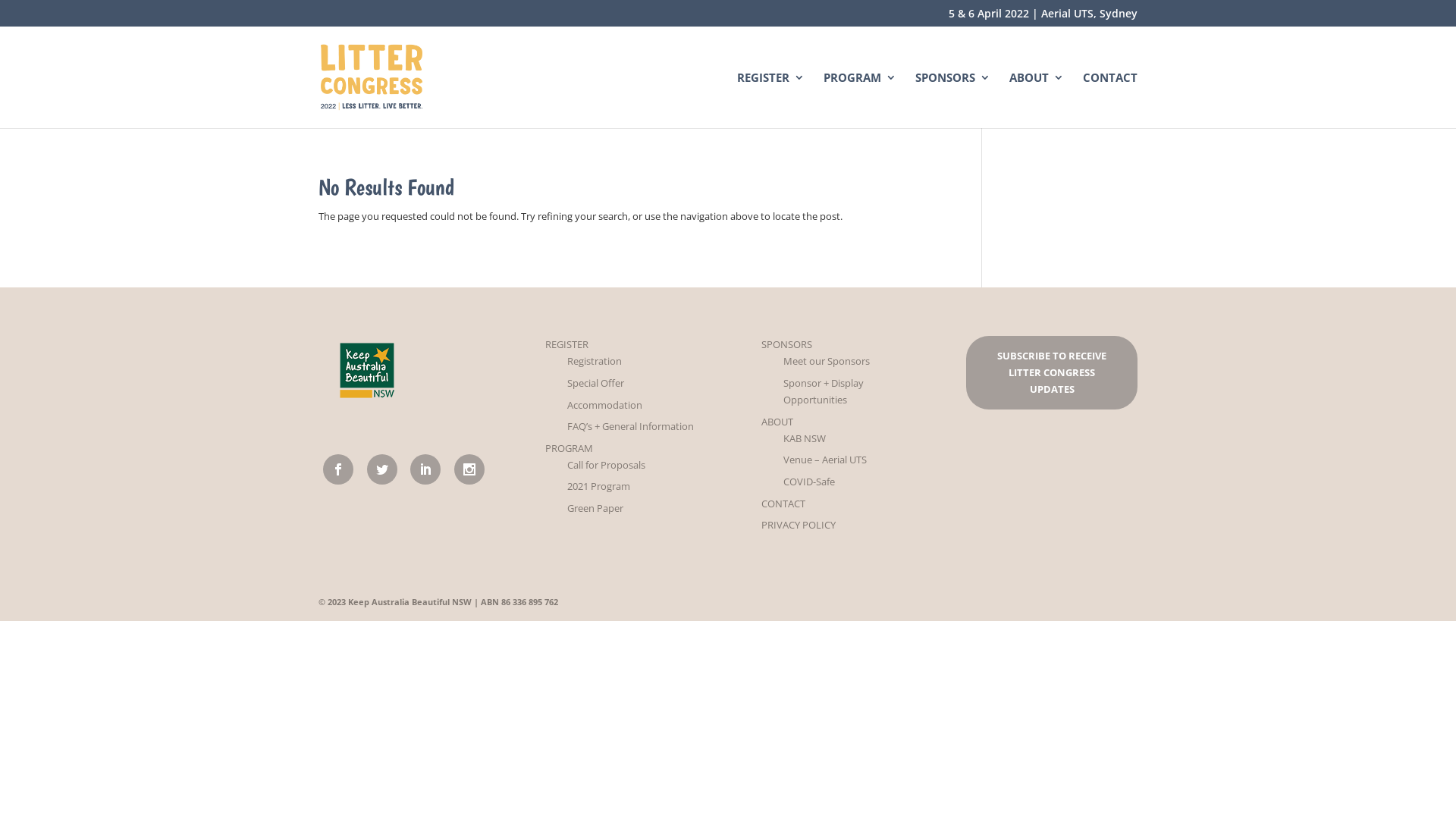 This screenshot has height=819, width=1456. I want to click on 'Call for Proposals', so click(605, 464).